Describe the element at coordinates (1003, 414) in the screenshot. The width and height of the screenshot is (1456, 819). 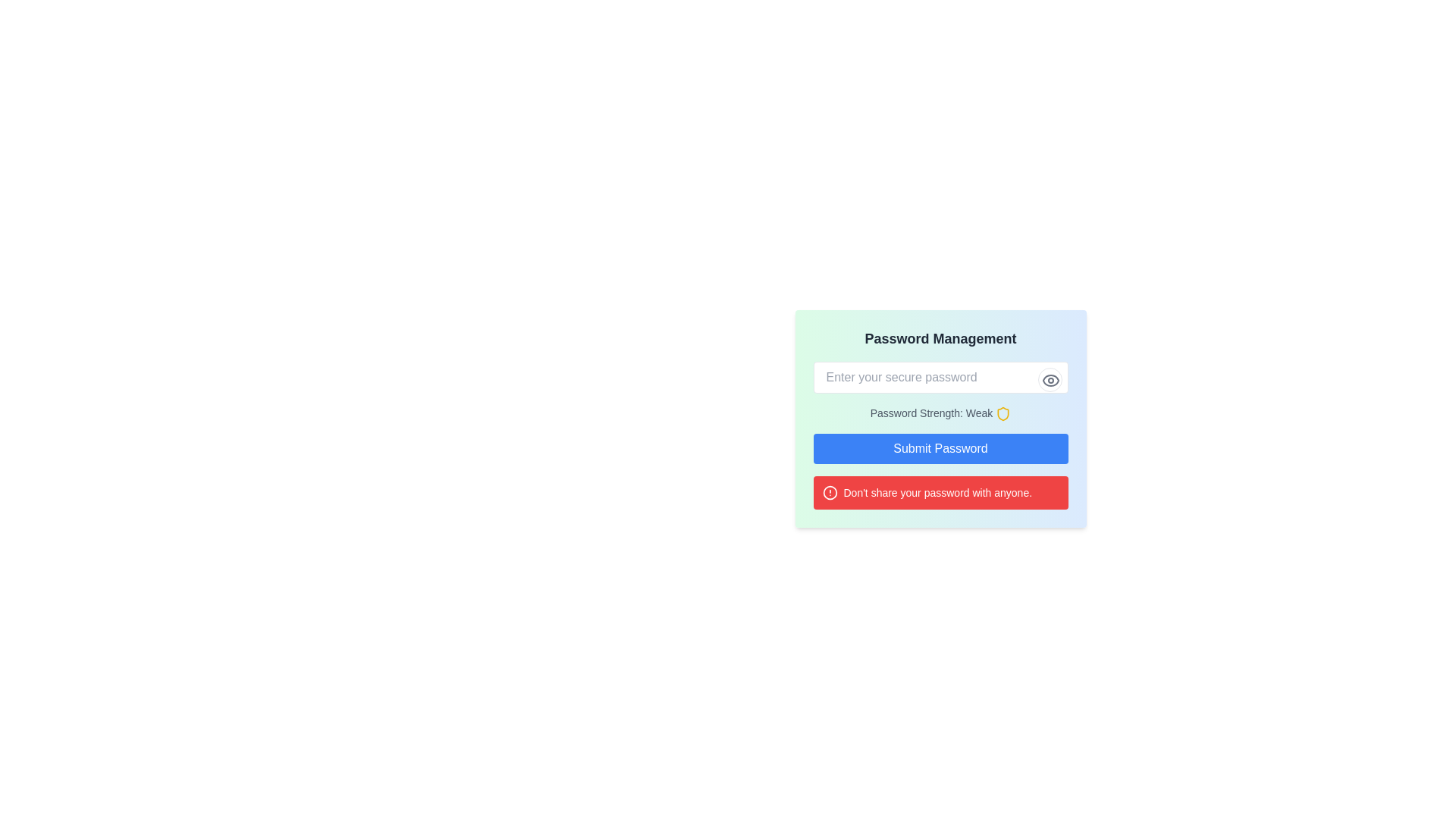
I see `the shield-shaped SVG graphic icon with a yellow outline, located to the left of the text label 'Password Strength: Weak.'` at that location.